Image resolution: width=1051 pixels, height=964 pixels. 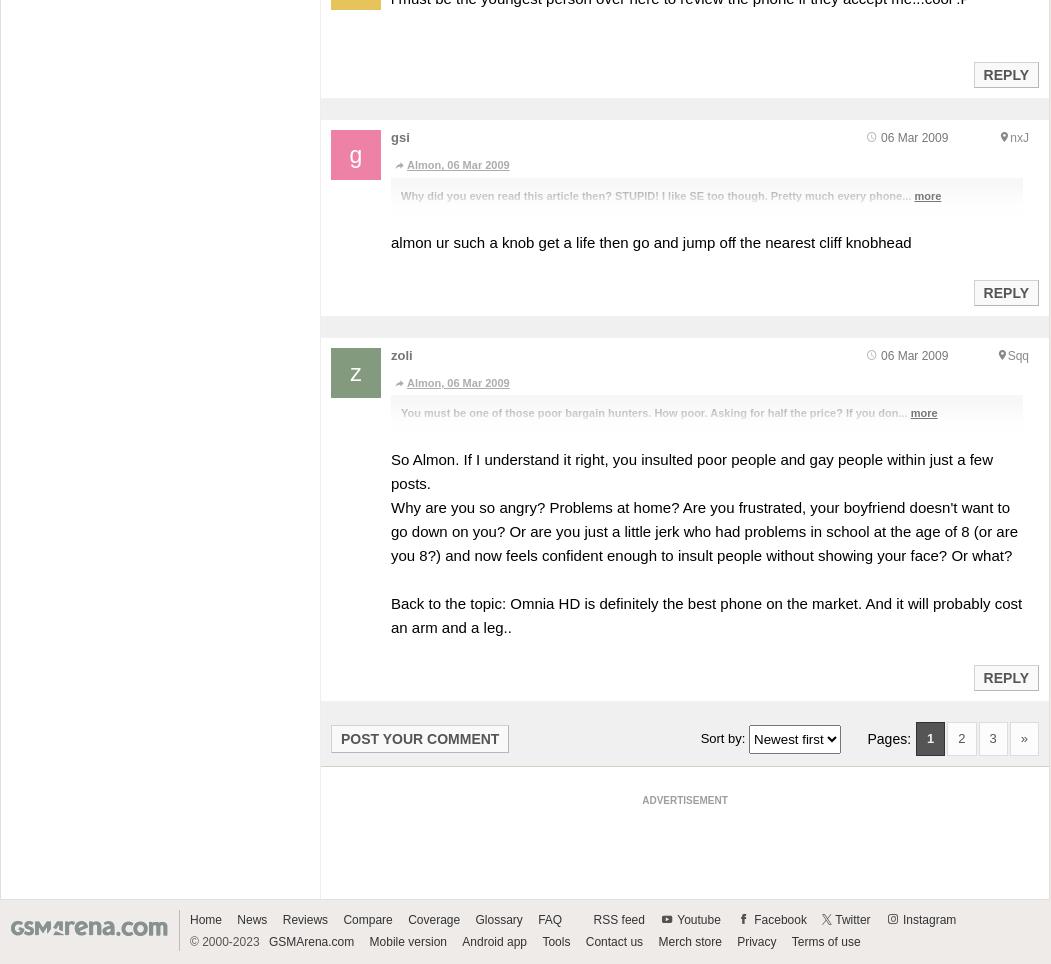 What do you see at coordinates (723, 736) in the screenshot?
I see `'Sort by:'` at bounding box center [723, 736].